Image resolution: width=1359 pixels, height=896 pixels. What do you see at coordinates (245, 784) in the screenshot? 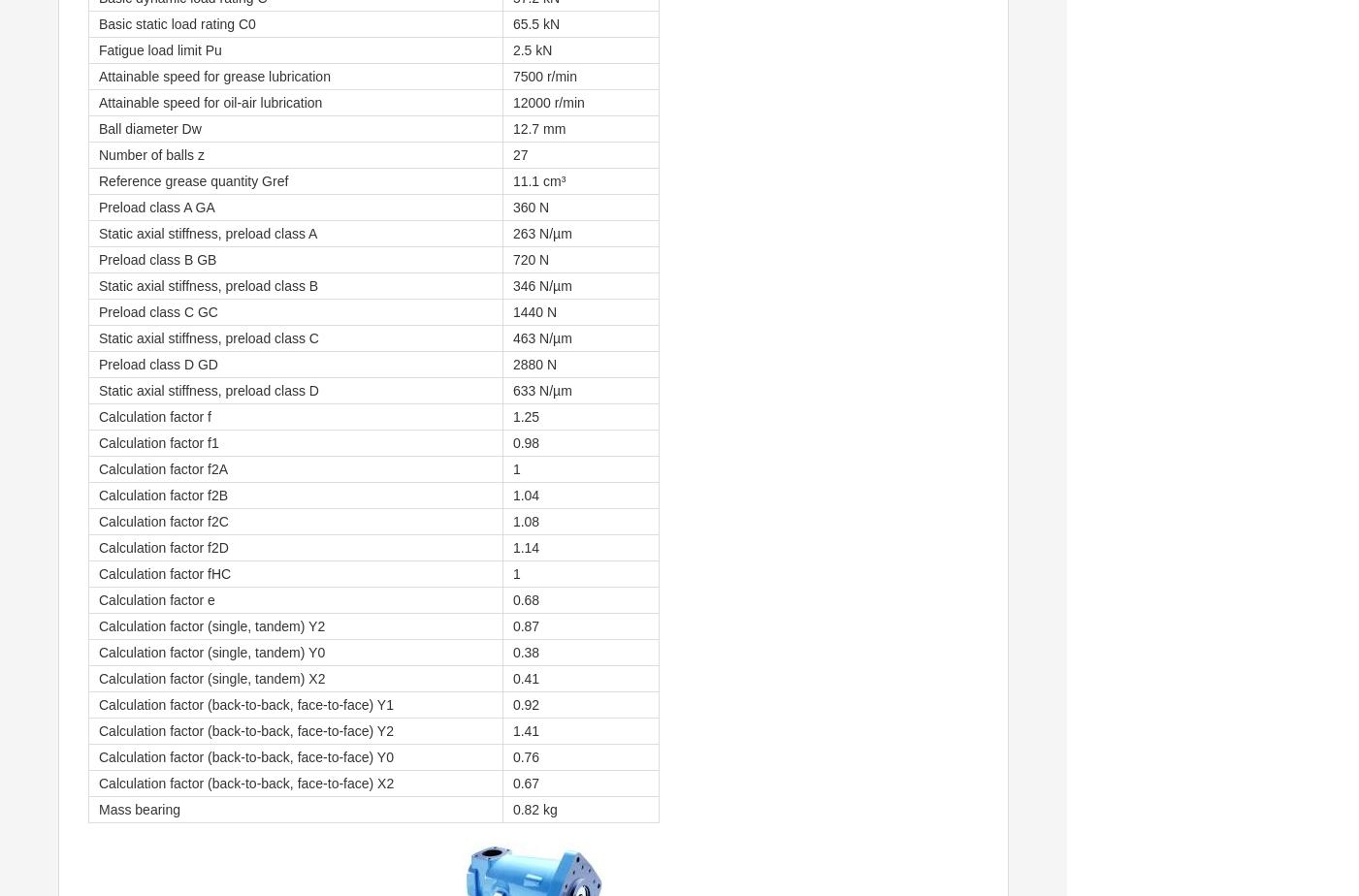
I see `'Calculation factor (back-to-back, face-to-face) X2'` at bounding box center [245, 784].